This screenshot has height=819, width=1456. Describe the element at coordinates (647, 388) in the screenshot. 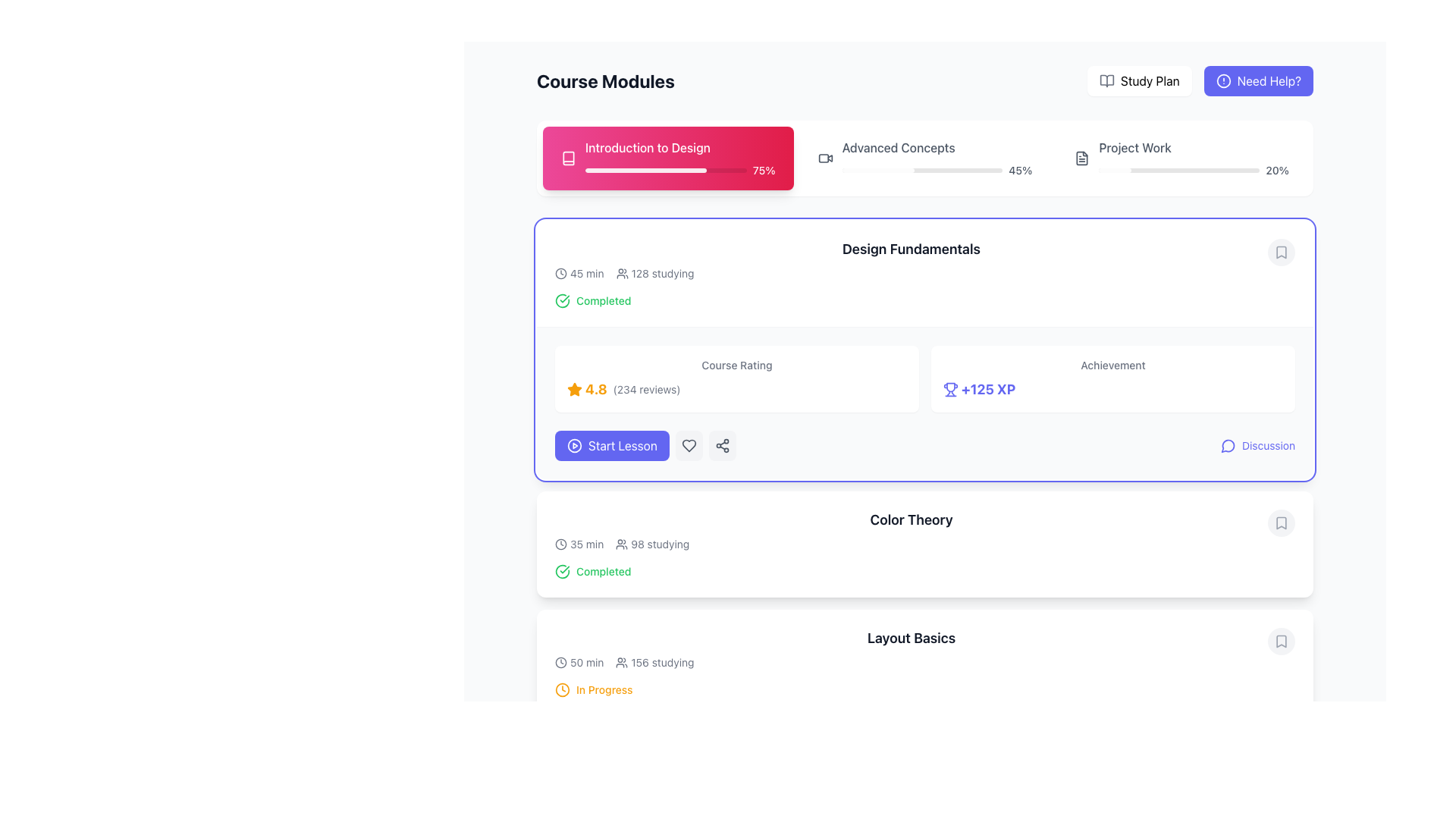

I see `the text label displaying '(234 reviews)' which is styled in a smaller gray font and located next to the '4.8' rating` at that location.